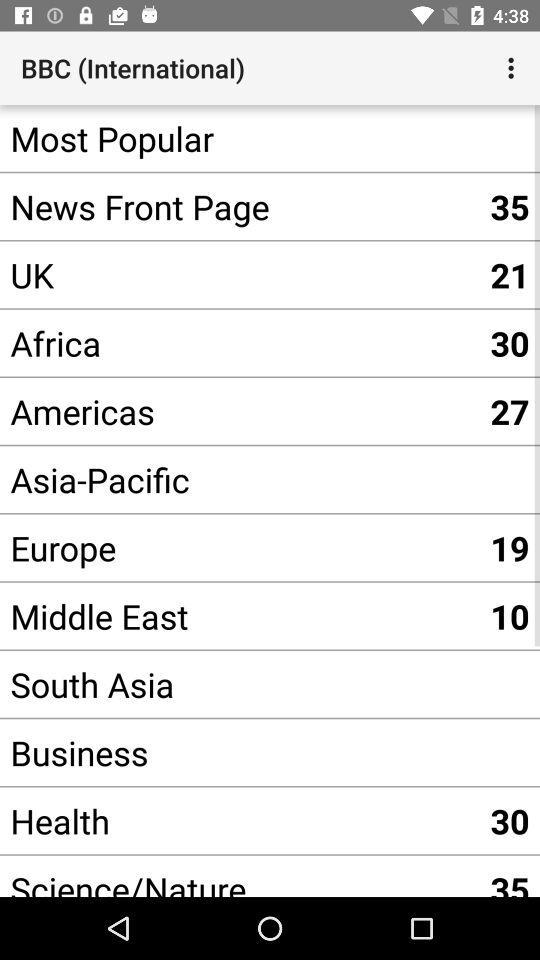 This screenshot has height=960, width=540. Describe the element at coordinates (239, 615) in the screenshot. I see `the middle east app` at that location.